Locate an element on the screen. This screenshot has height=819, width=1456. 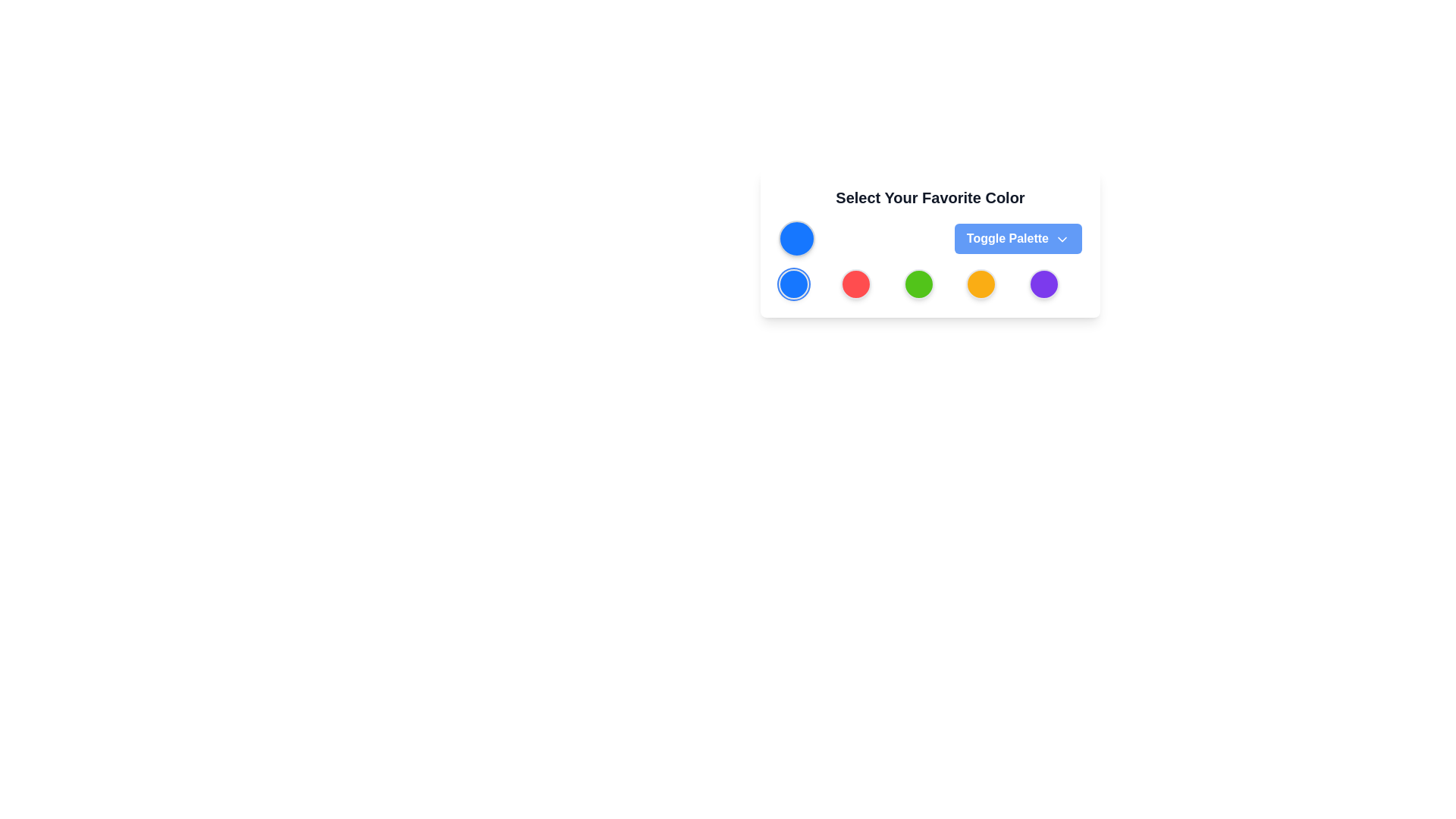
the fifth circular color selection button is located at coordinates (1043, 284).